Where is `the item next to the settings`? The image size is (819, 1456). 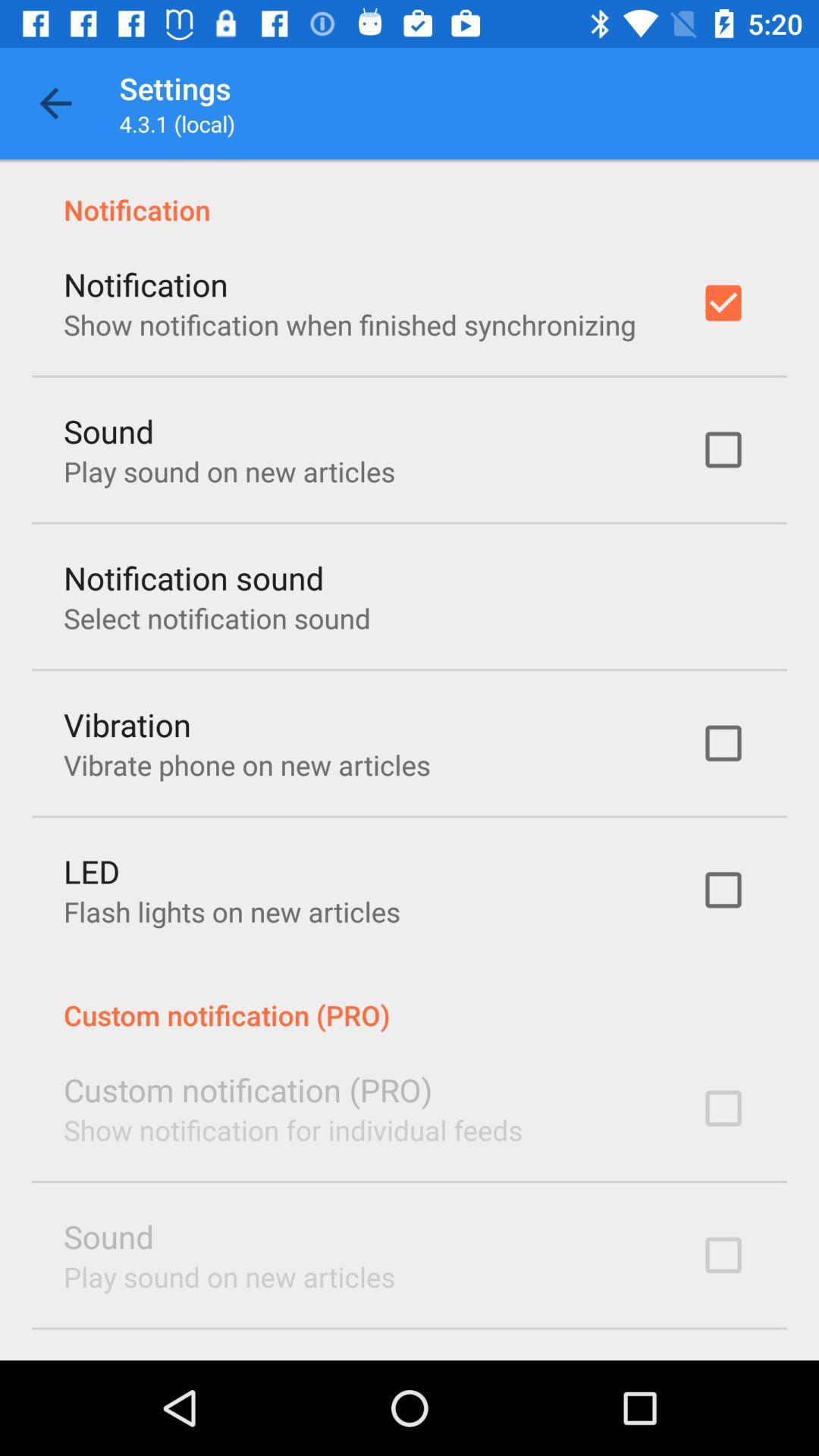 the item next to the settings is located at coordinates (55, 102).